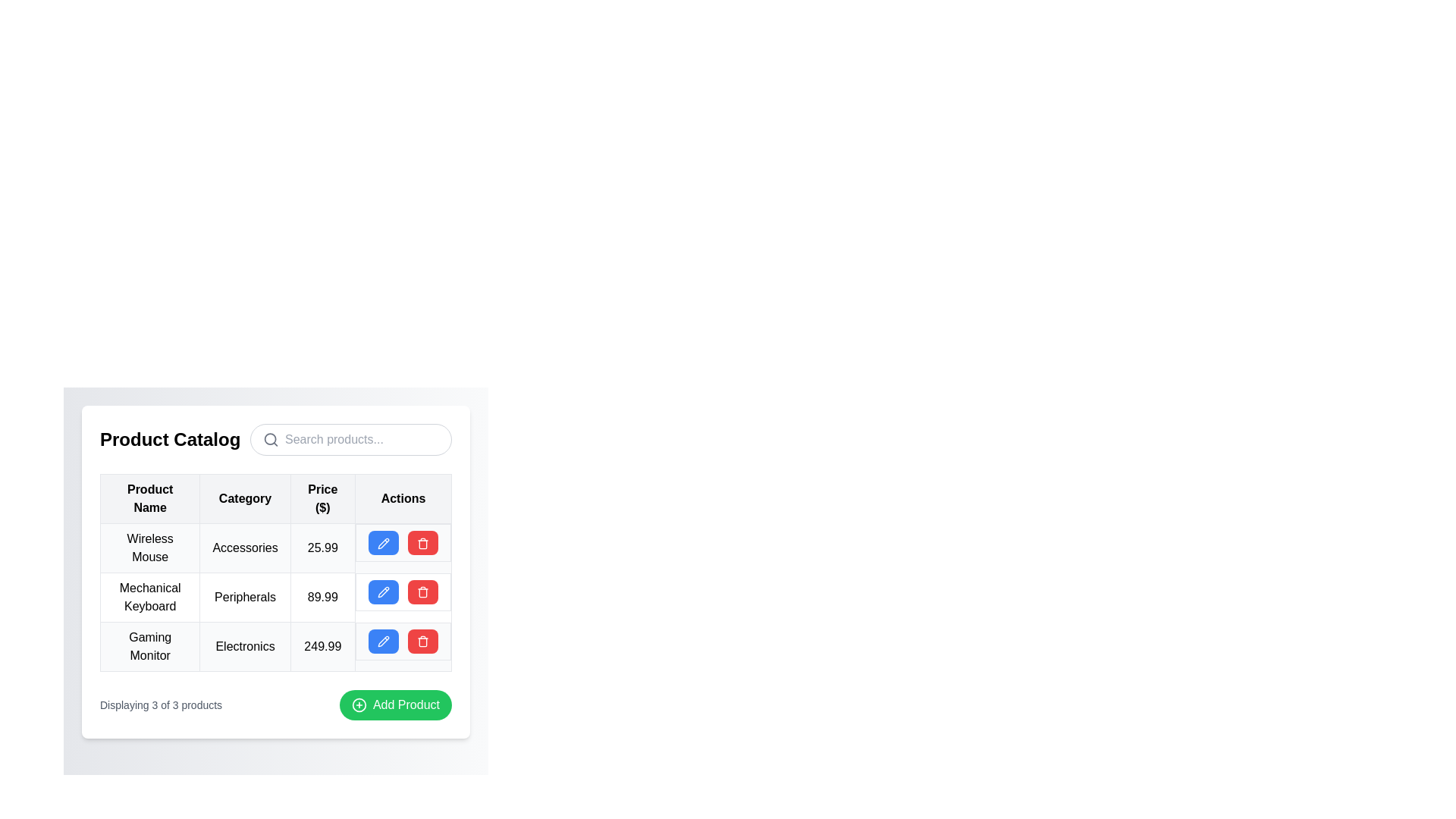 The image size is (1456, 819). What do you see at coordinates (322, 596) in the screenshot?
I see `displayed price value of the 'Mechanical Keyboard' product, located in the third column of the table, adjacent to the 'Peripherals' text` at bounding box center [322, 596].